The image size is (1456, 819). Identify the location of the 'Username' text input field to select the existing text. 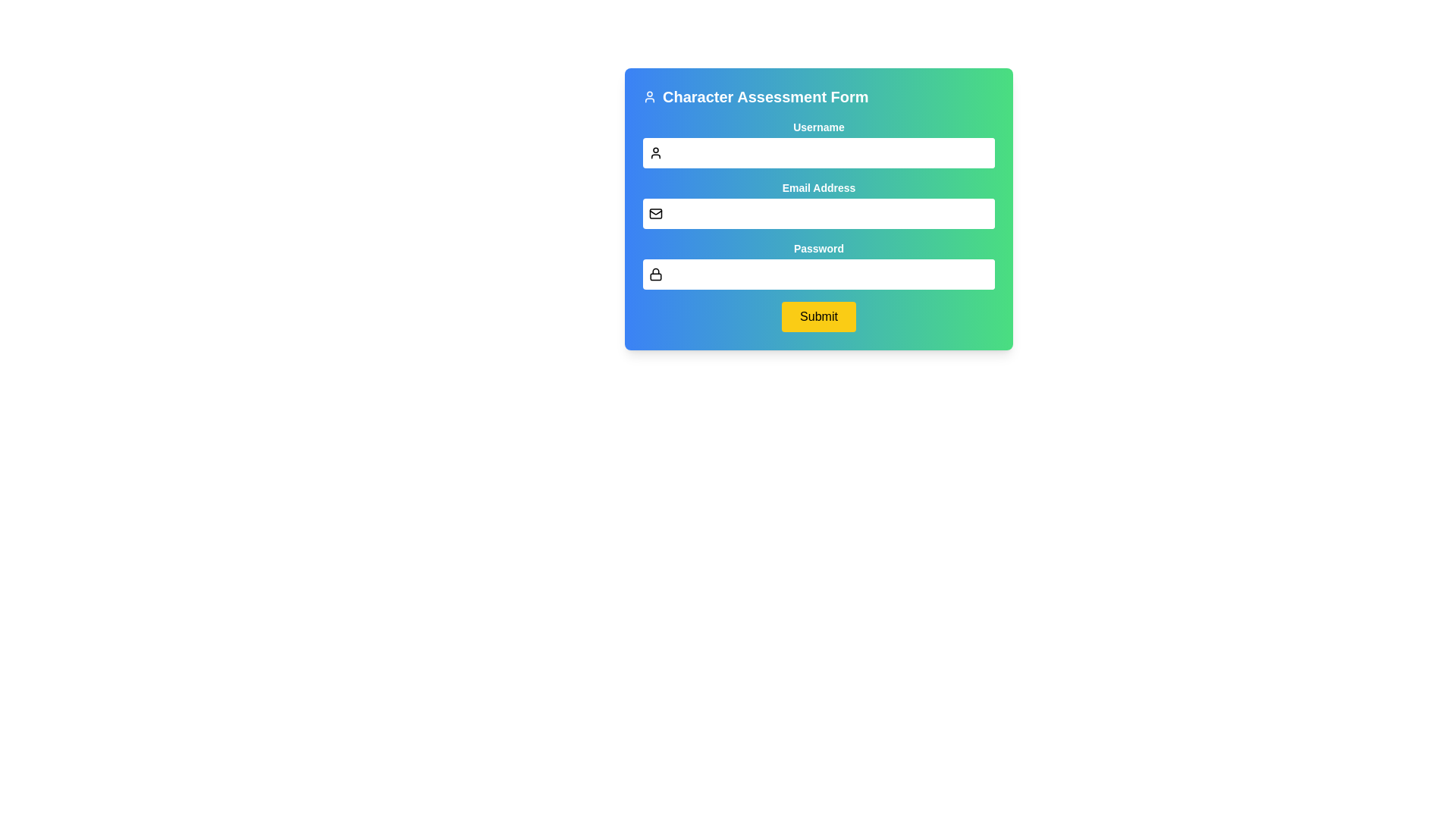
(818, 143).